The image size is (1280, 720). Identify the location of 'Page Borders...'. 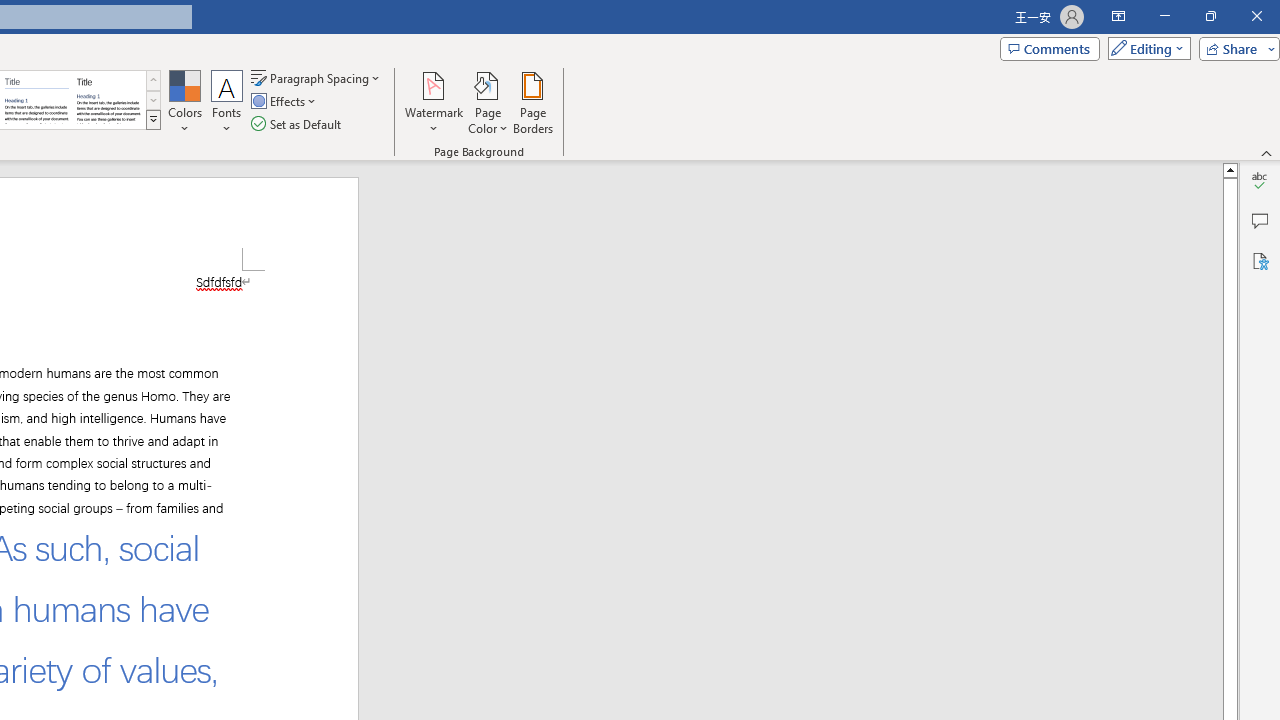
(533, 103).